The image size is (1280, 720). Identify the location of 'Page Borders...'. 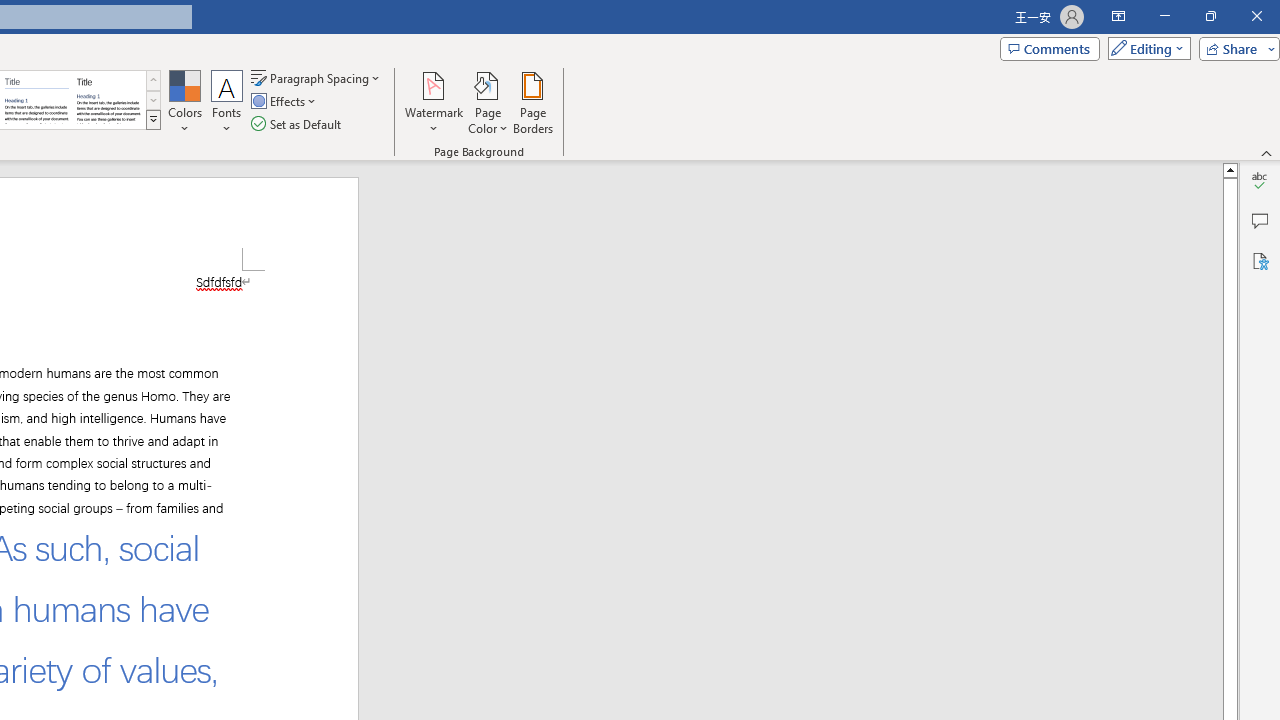
(533, 103).